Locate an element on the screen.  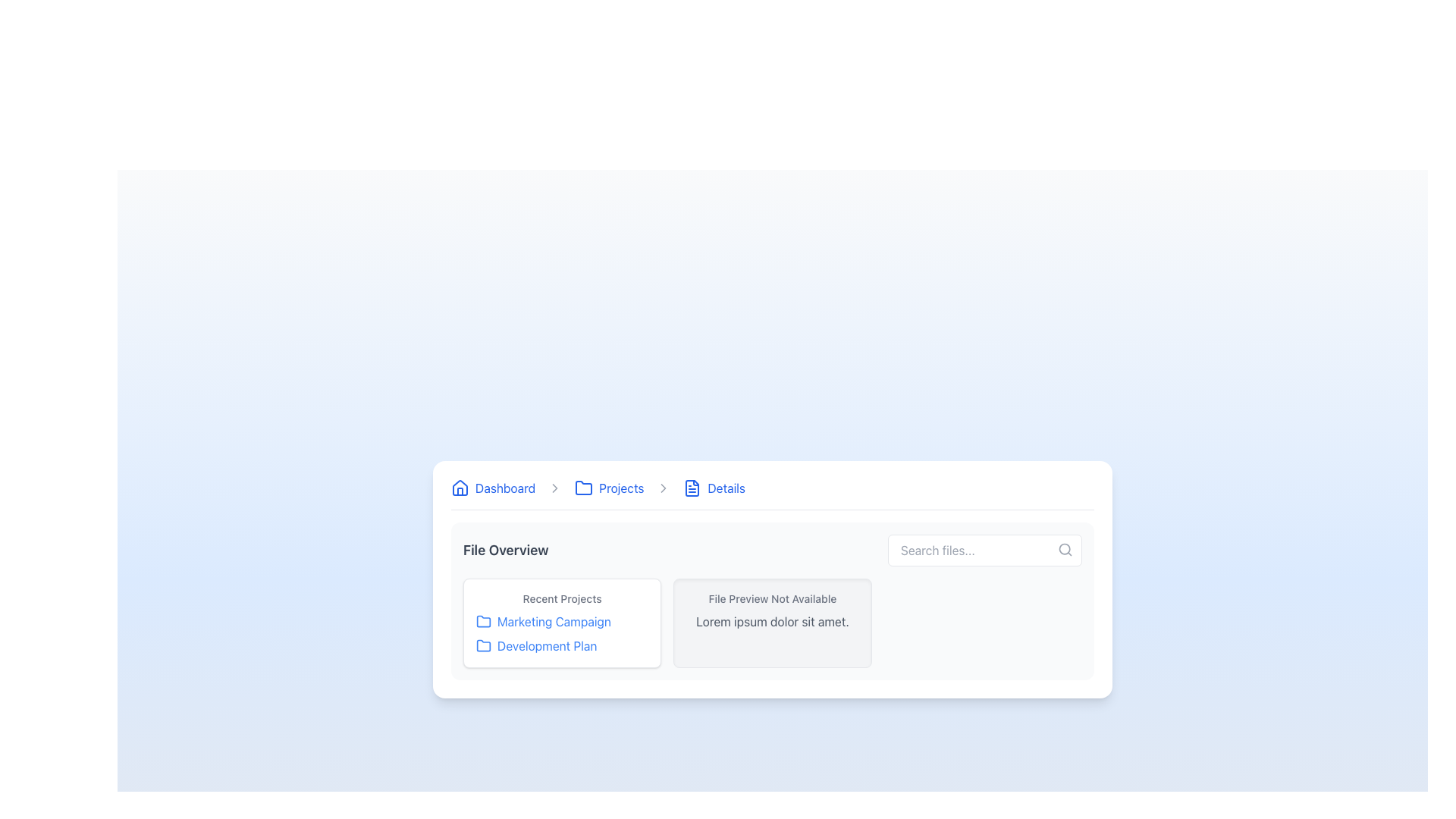
the breadcrumb hyperlink that navigates to the dashboard page, located to the right of the home icon and before the 'Projects' breadcrumb item is located at coordinates (505, 488).